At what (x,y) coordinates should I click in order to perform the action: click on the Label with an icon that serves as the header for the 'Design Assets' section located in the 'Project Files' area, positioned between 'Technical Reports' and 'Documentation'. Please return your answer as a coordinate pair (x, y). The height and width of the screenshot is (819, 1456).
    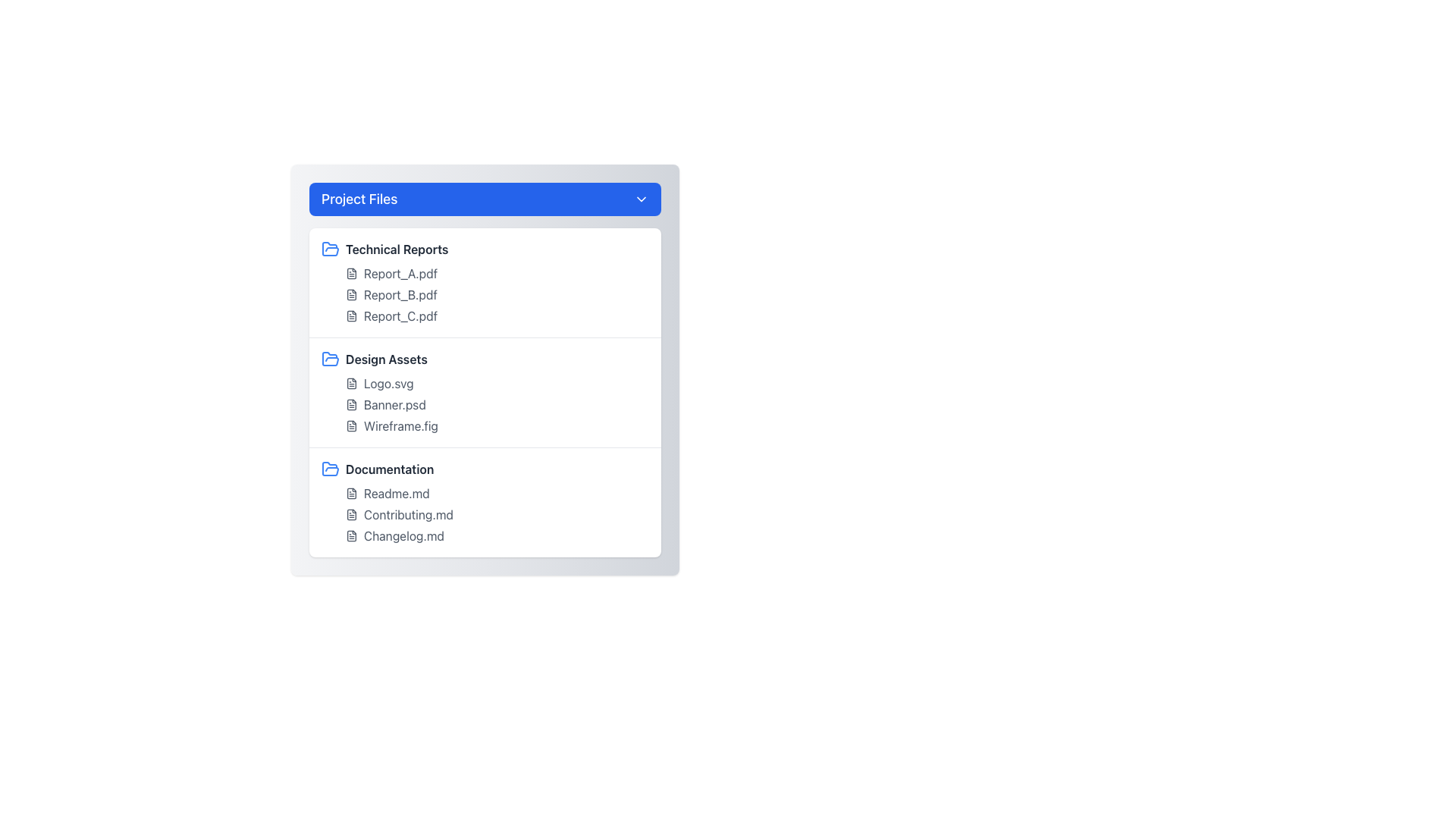
    Looking at the image, I should click on (484, 359).